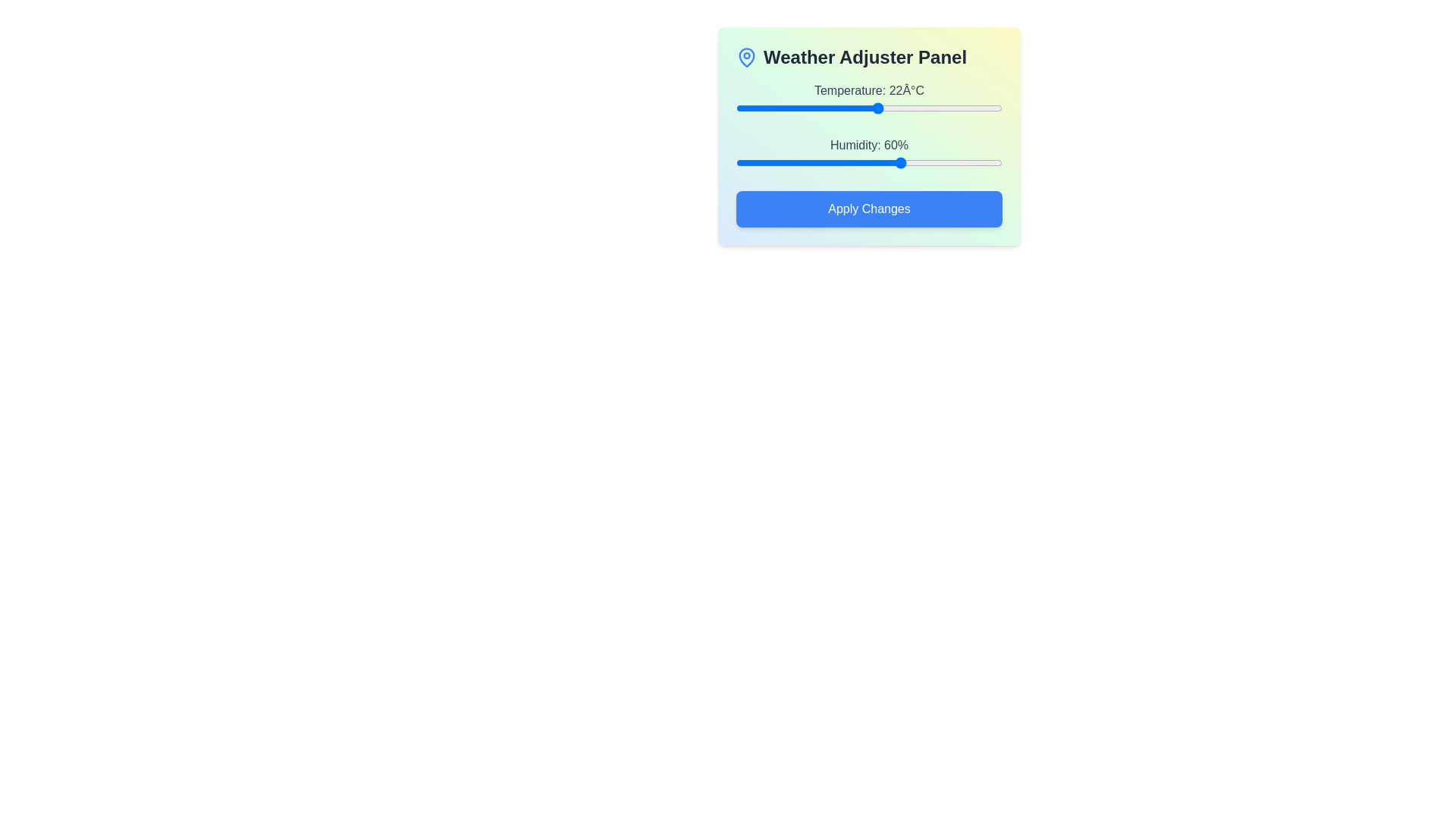 The height and width of the screenshot is (819, 1456). What do you see at coordinates (869, 209) in the screenshot?
I see `'Apply Changes' button` at bounding box center [869, 209].